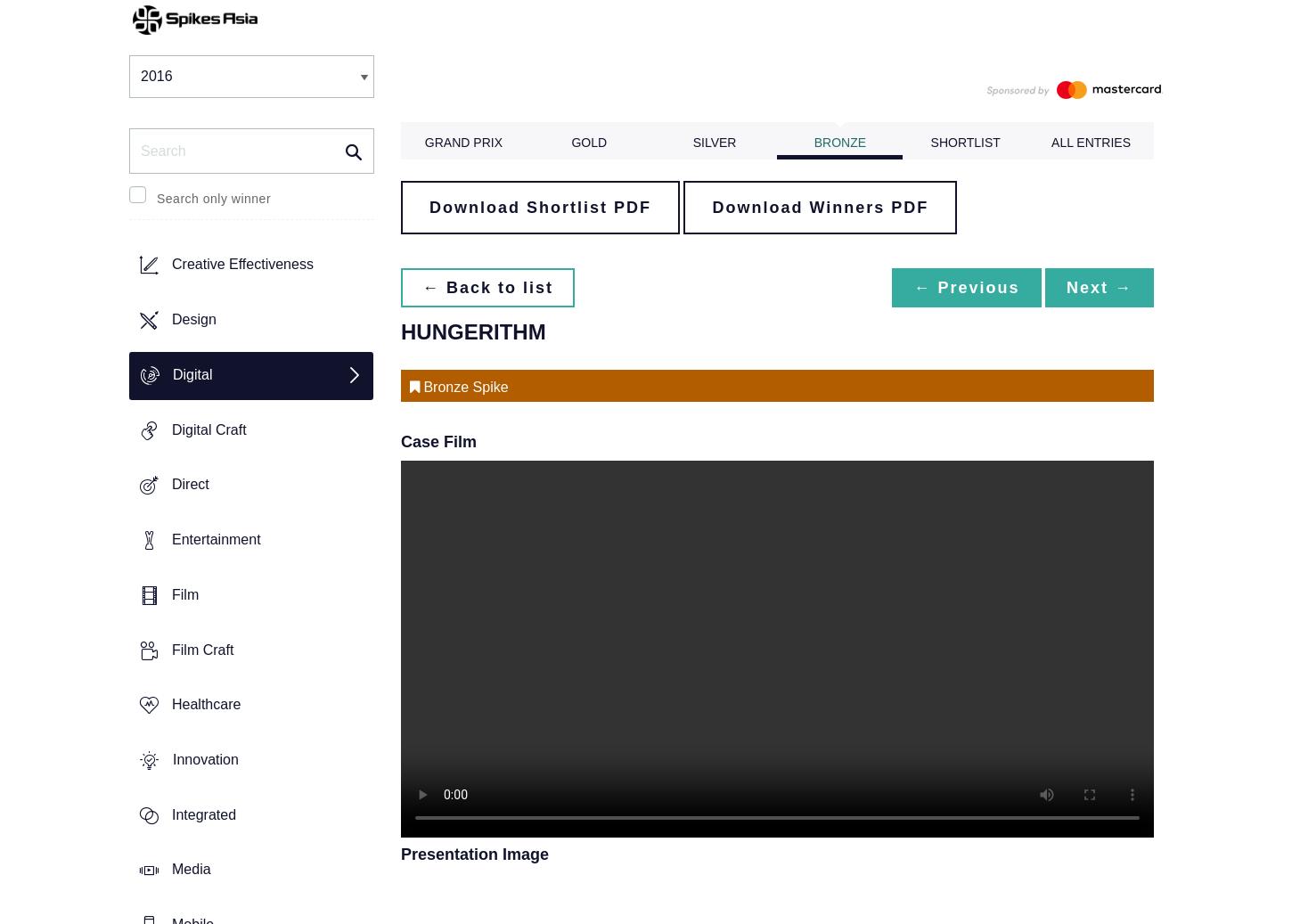 The width and height of the screenshot is (1292, 924). Describe the element at coordinates (170, 594) in the screenshot. I see `'Film'` at that location.